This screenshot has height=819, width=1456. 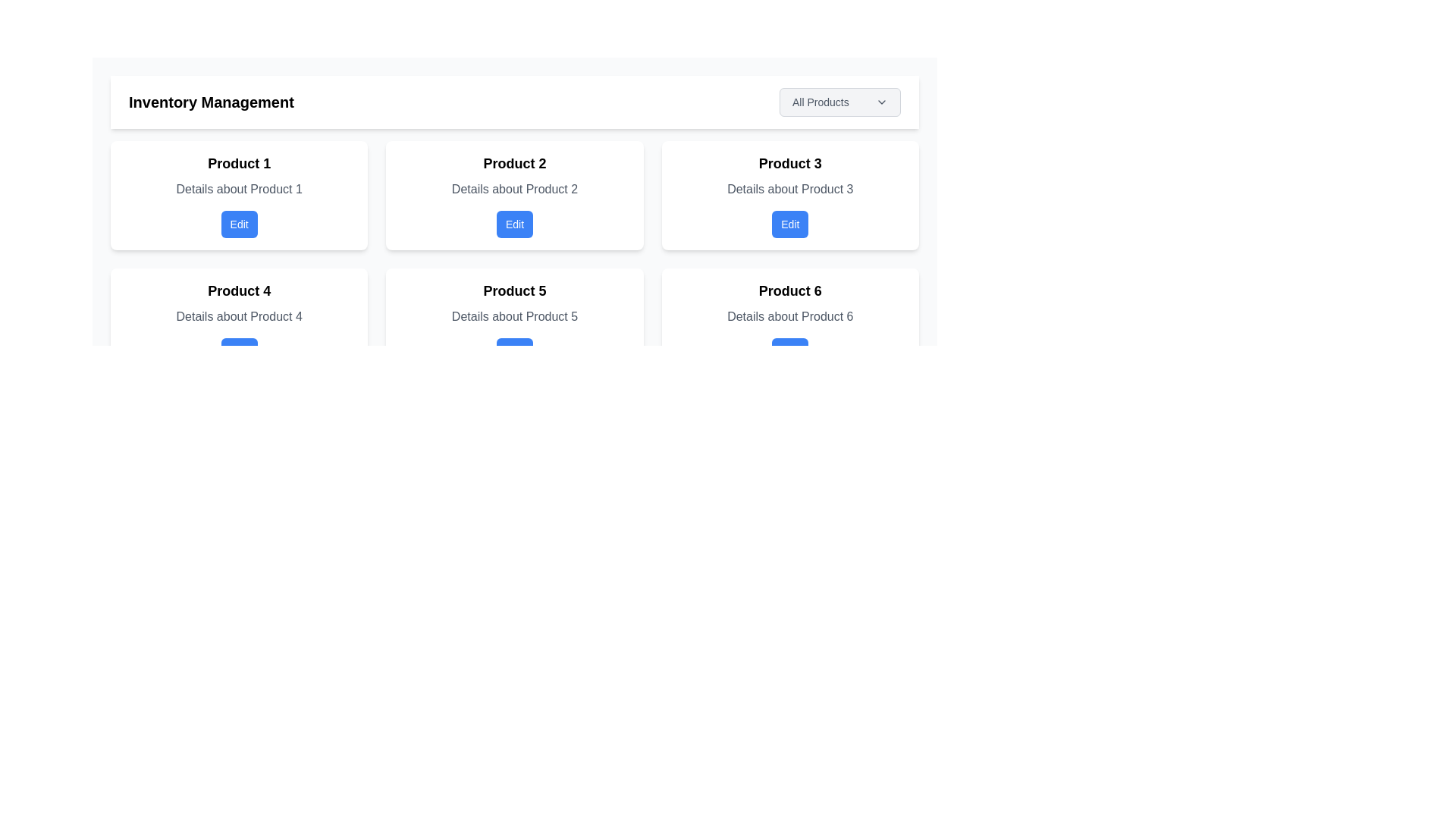 What do you see at coordinates (238, 224) in the screenshot?
I see `the button within the card labeled 'Product 1'` at bounding box center [238, 224].